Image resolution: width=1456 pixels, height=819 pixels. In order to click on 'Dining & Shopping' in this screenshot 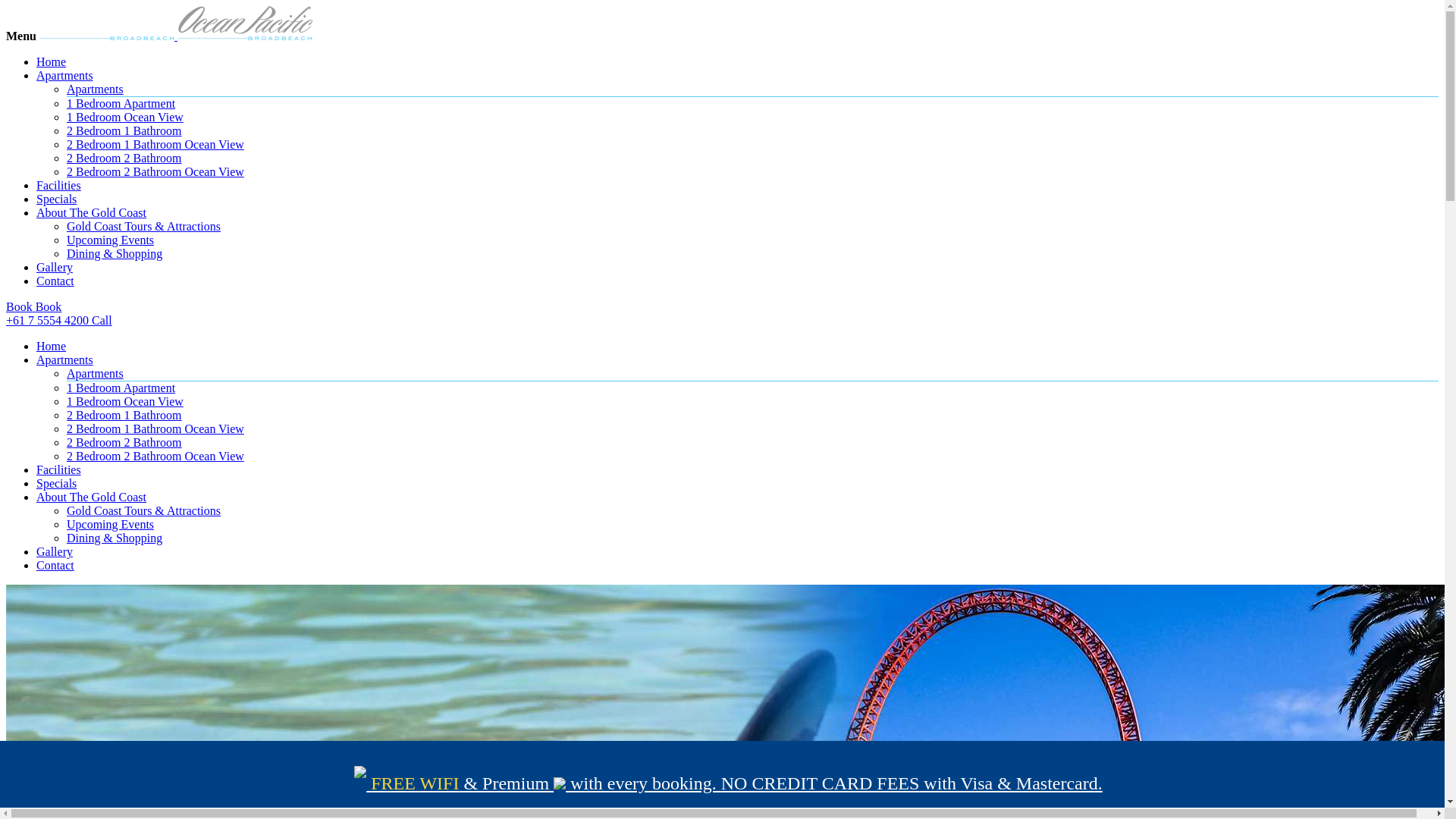, I will do `click(113, 537)`.